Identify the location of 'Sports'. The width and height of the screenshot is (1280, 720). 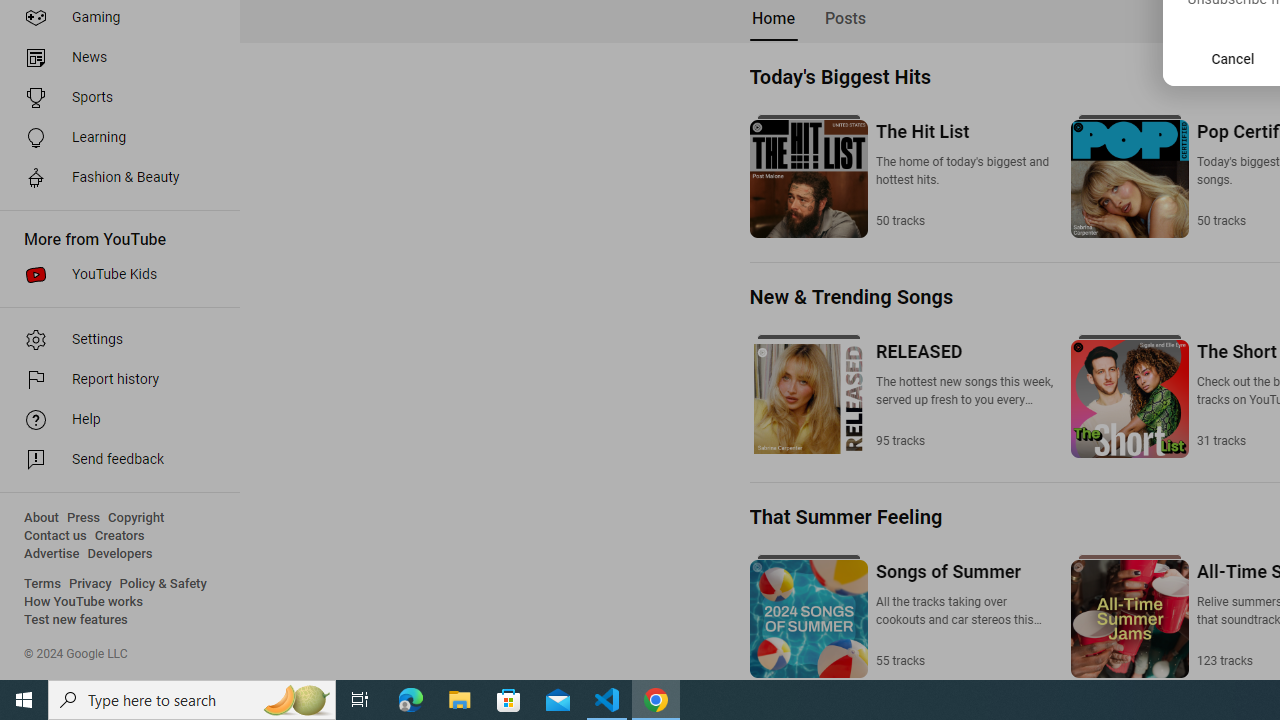
(112, 97).